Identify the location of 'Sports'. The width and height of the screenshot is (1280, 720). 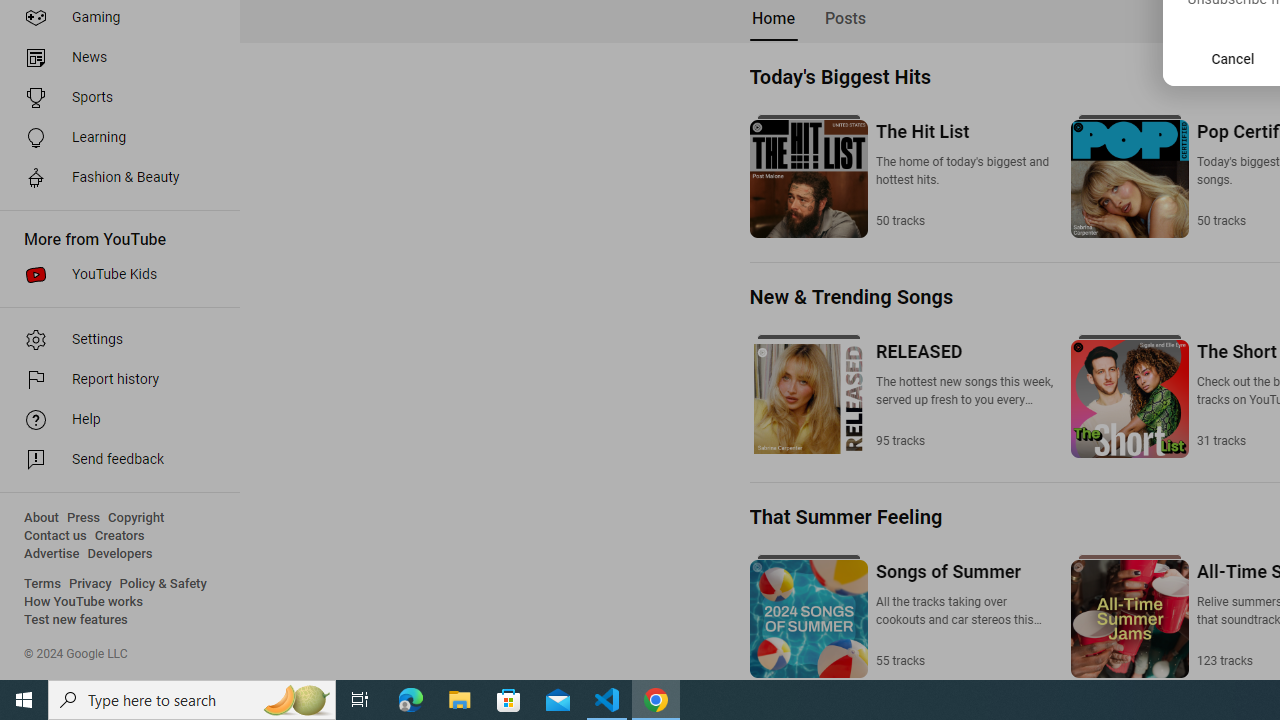
(112, 97).